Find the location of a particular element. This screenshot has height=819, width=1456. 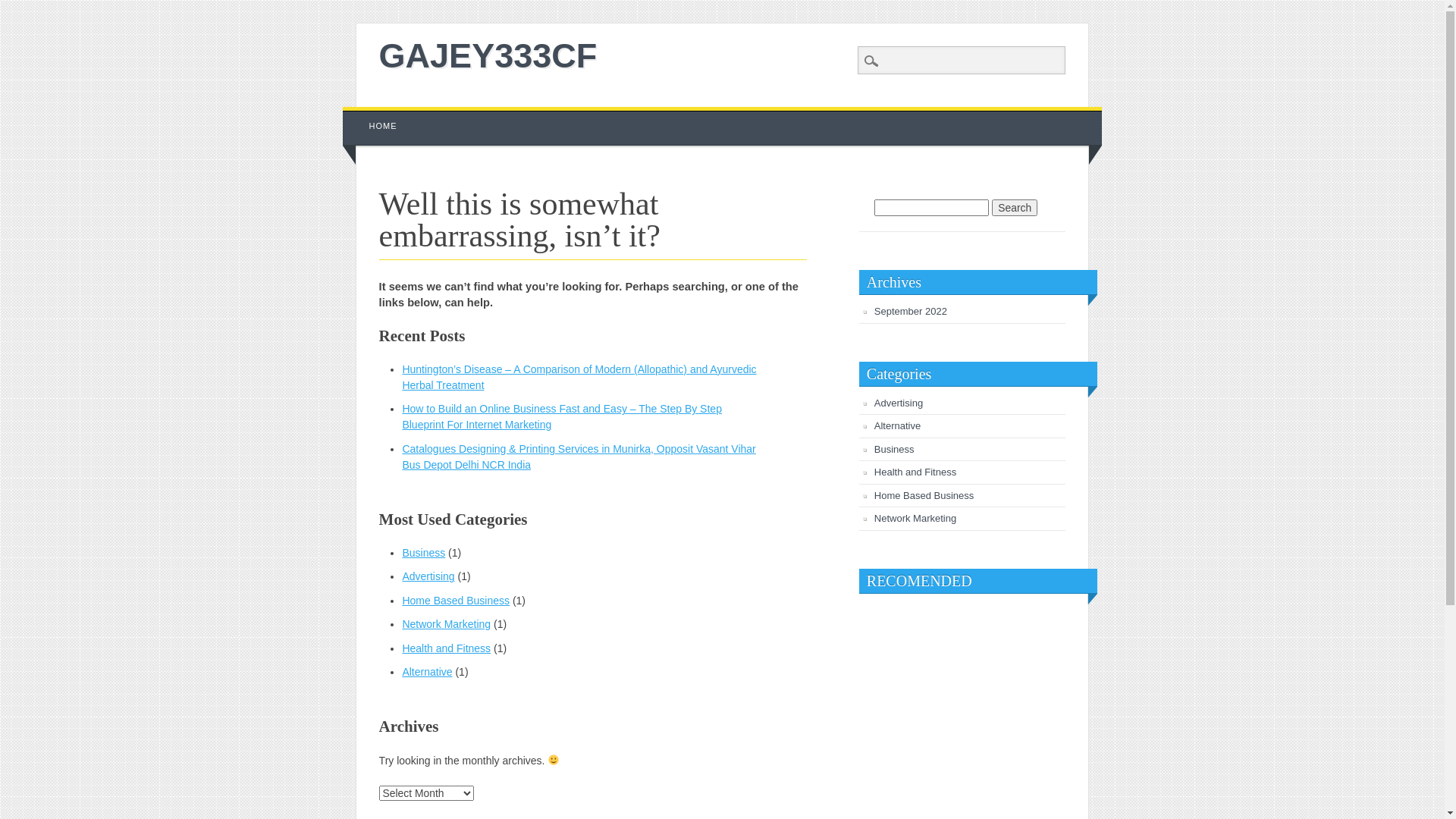

'September 2022' is located at coordinates (910, 310).